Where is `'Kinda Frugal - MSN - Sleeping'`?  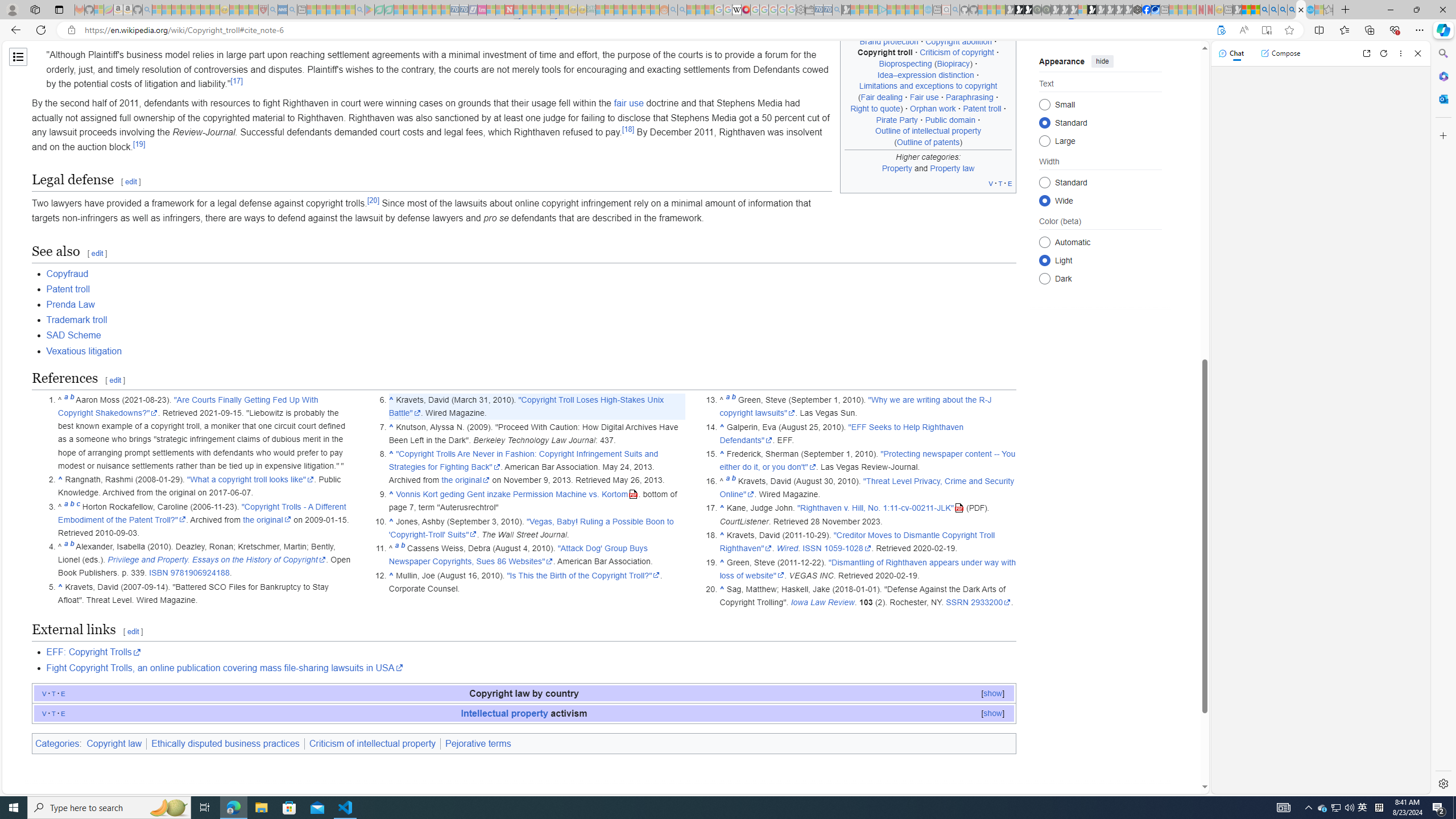 'Kinda Frugal - MSN - Sleeping' is located at coordinates (637, 9).